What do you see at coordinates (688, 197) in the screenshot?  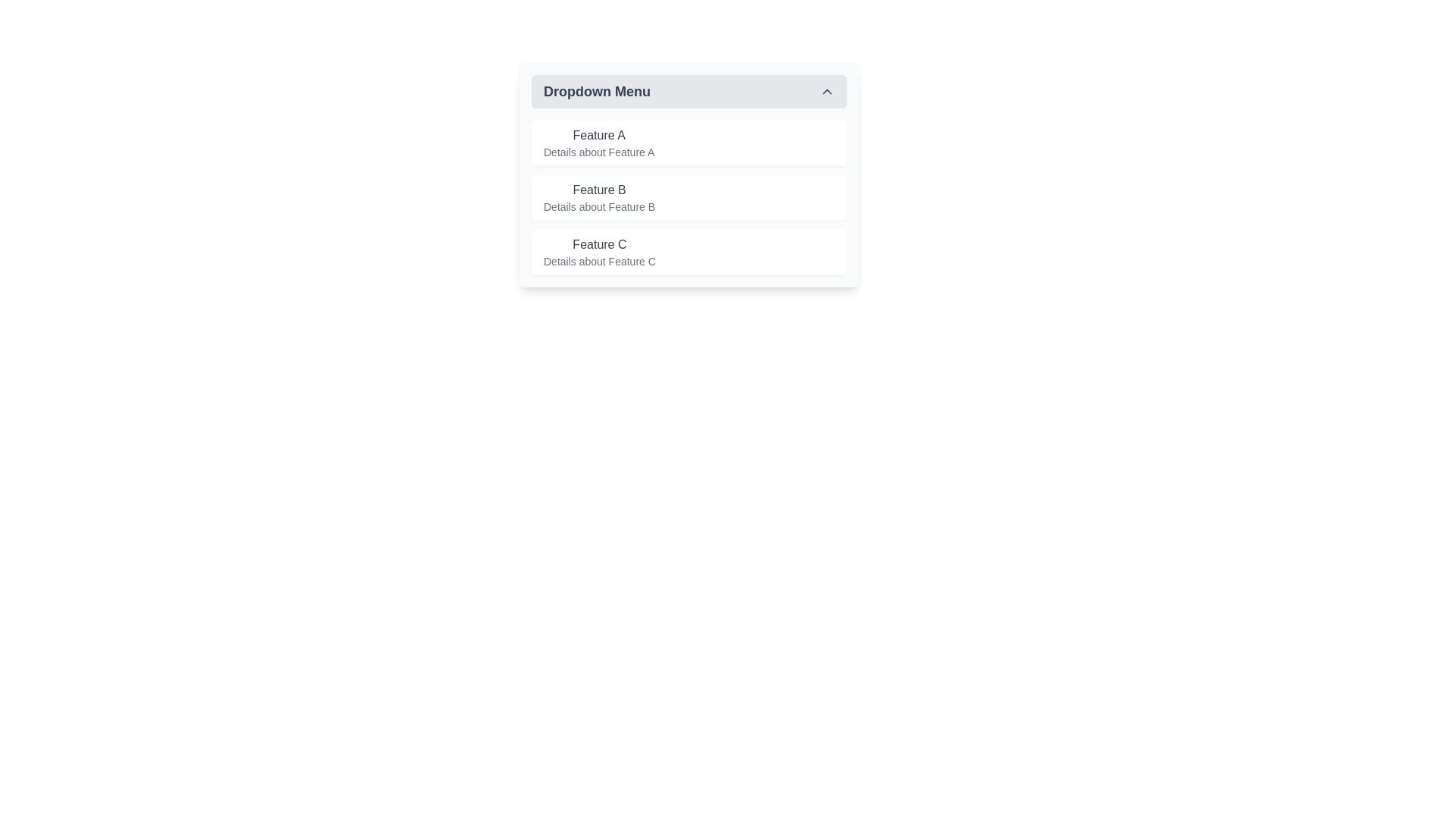 I see `the informational block located below the 'Dropdown Menu' title, which displays features and their details` at bounding box center [688, 197].